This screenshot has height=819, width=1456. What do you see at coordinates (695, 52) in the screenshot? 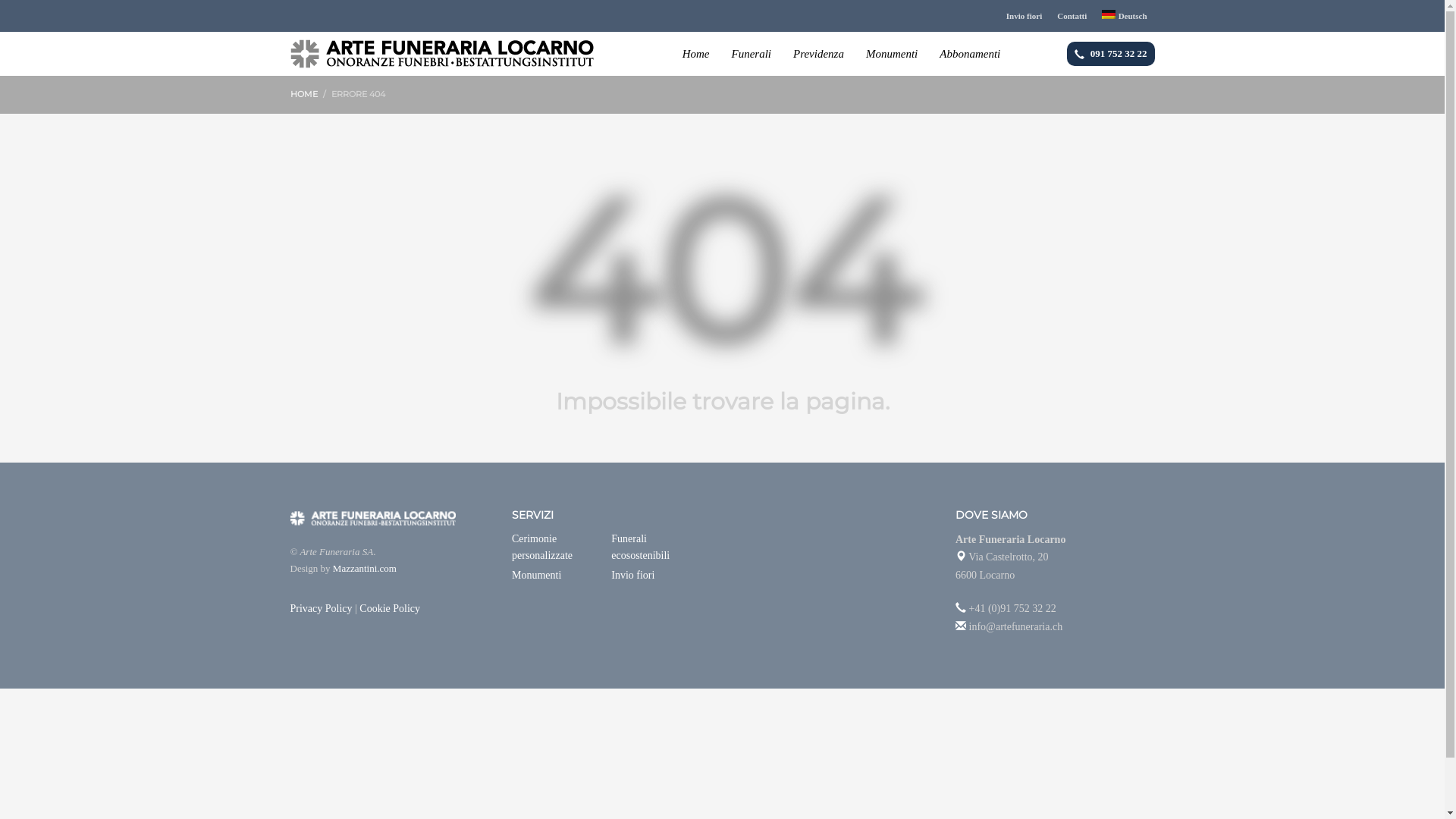
I see `'Home'` at bounding box center [695, 52].